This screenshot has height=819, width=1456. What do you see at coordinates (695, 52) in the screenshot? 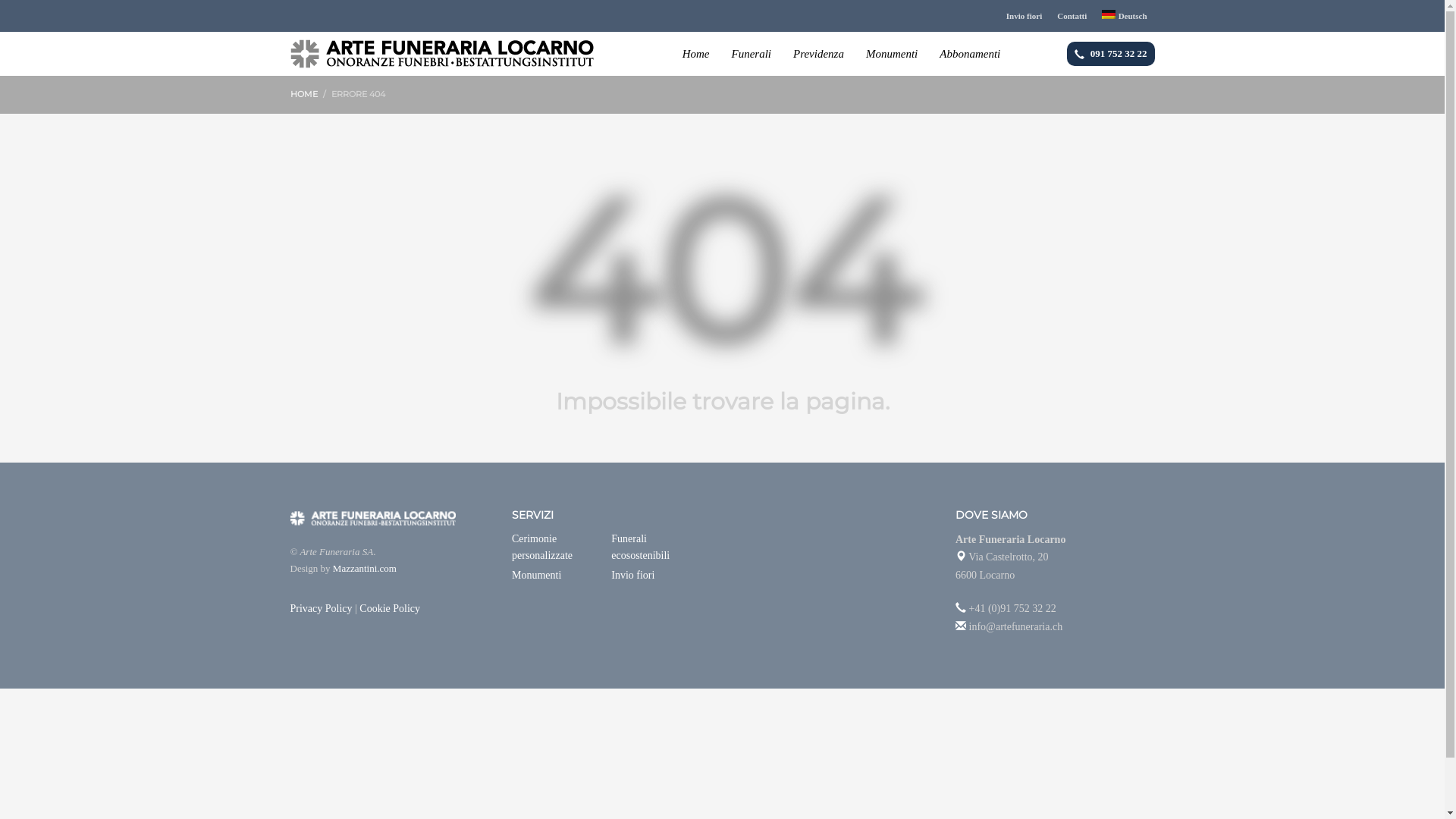
I see `'Home'` at bounding box center [695, 52].